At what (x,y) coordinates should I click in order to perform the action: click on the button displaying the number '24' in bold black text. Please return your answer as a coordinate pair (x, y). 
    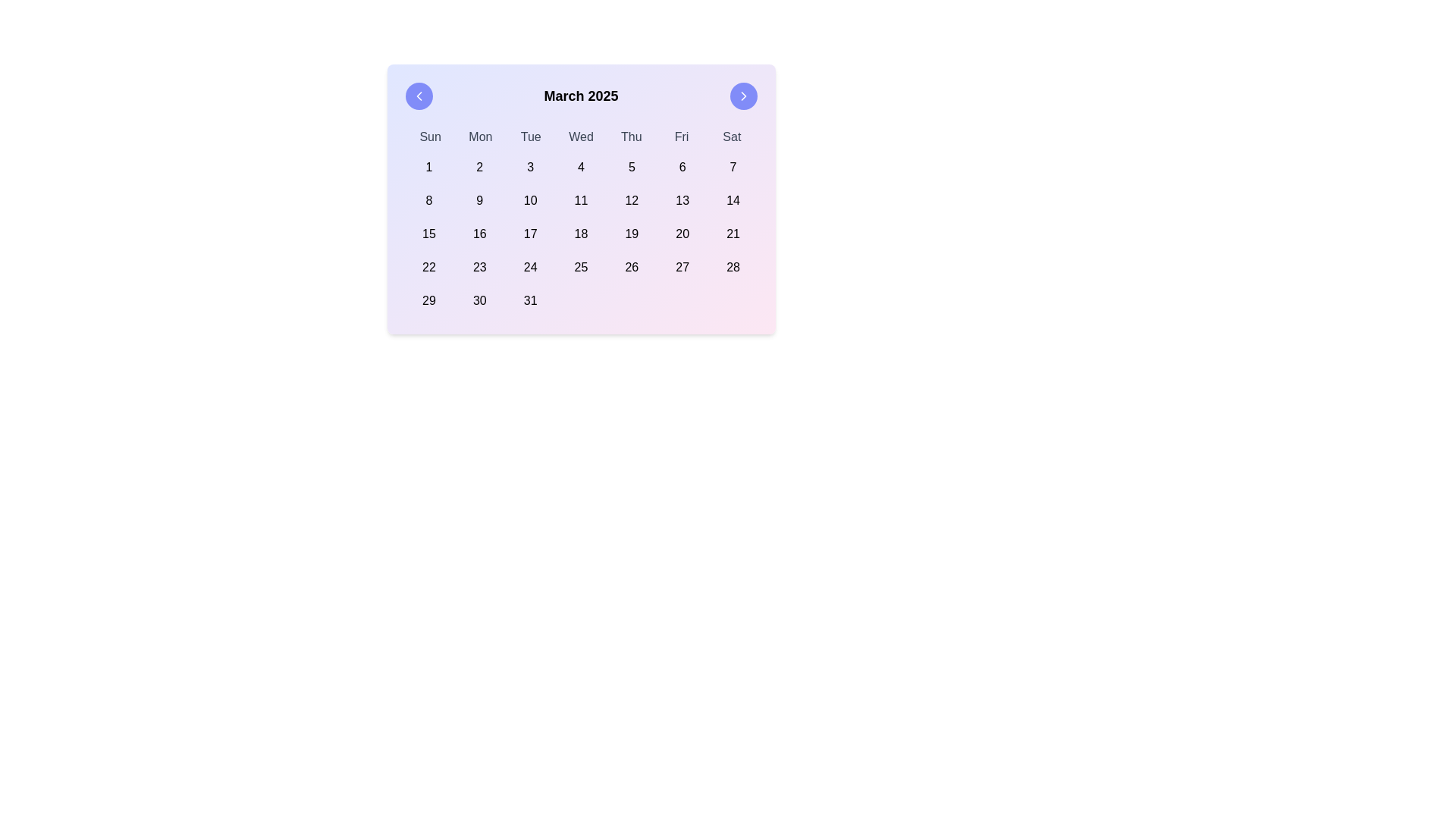
    Looking at the image, I should click on (530, 267).